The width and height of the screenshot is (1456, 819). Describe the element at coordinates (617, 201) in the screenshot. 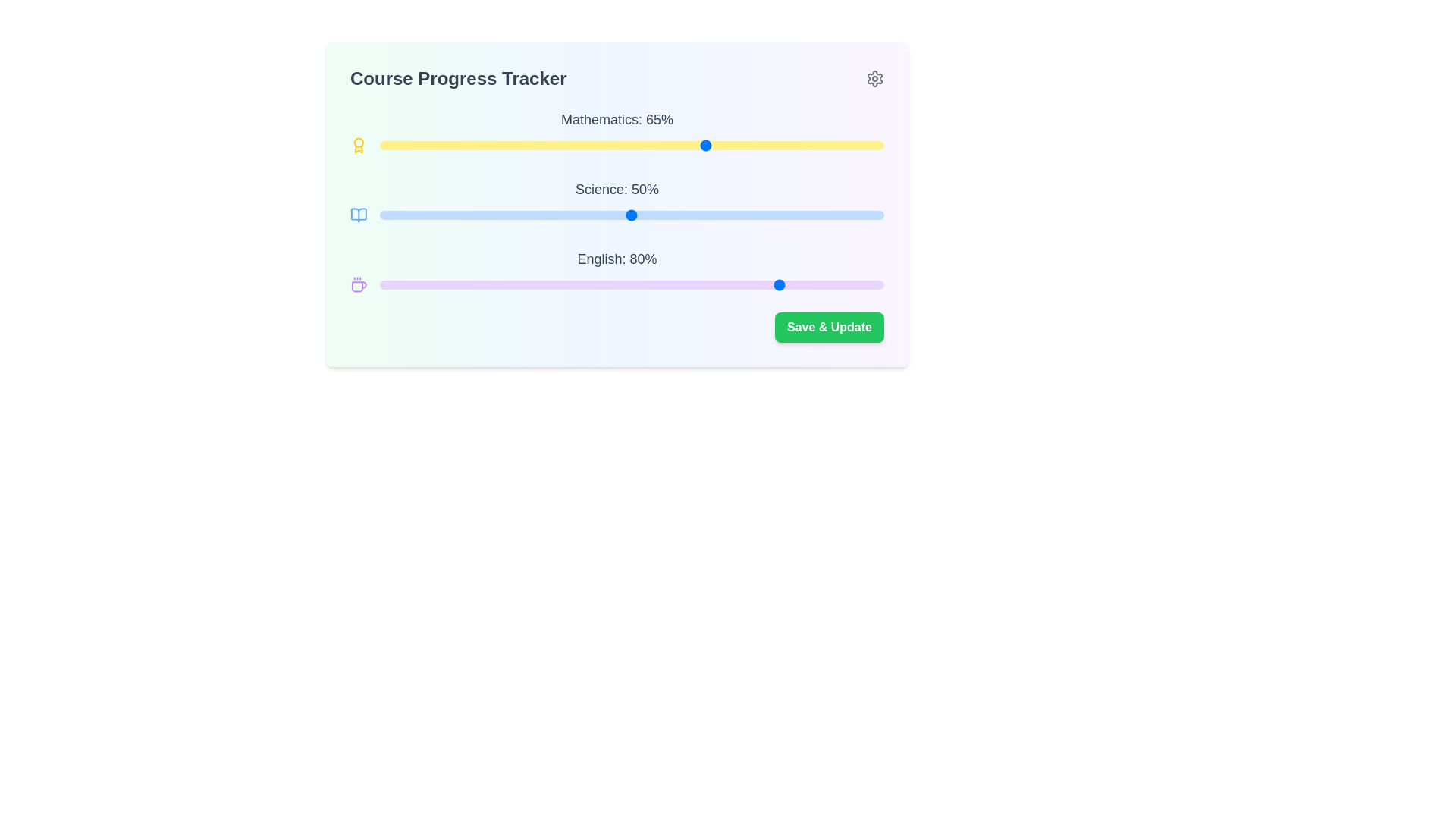

I see `contextual information about the Science progress indicator displaying 'Science: 50%' with a blue progress slider and an open book icon` at that location.